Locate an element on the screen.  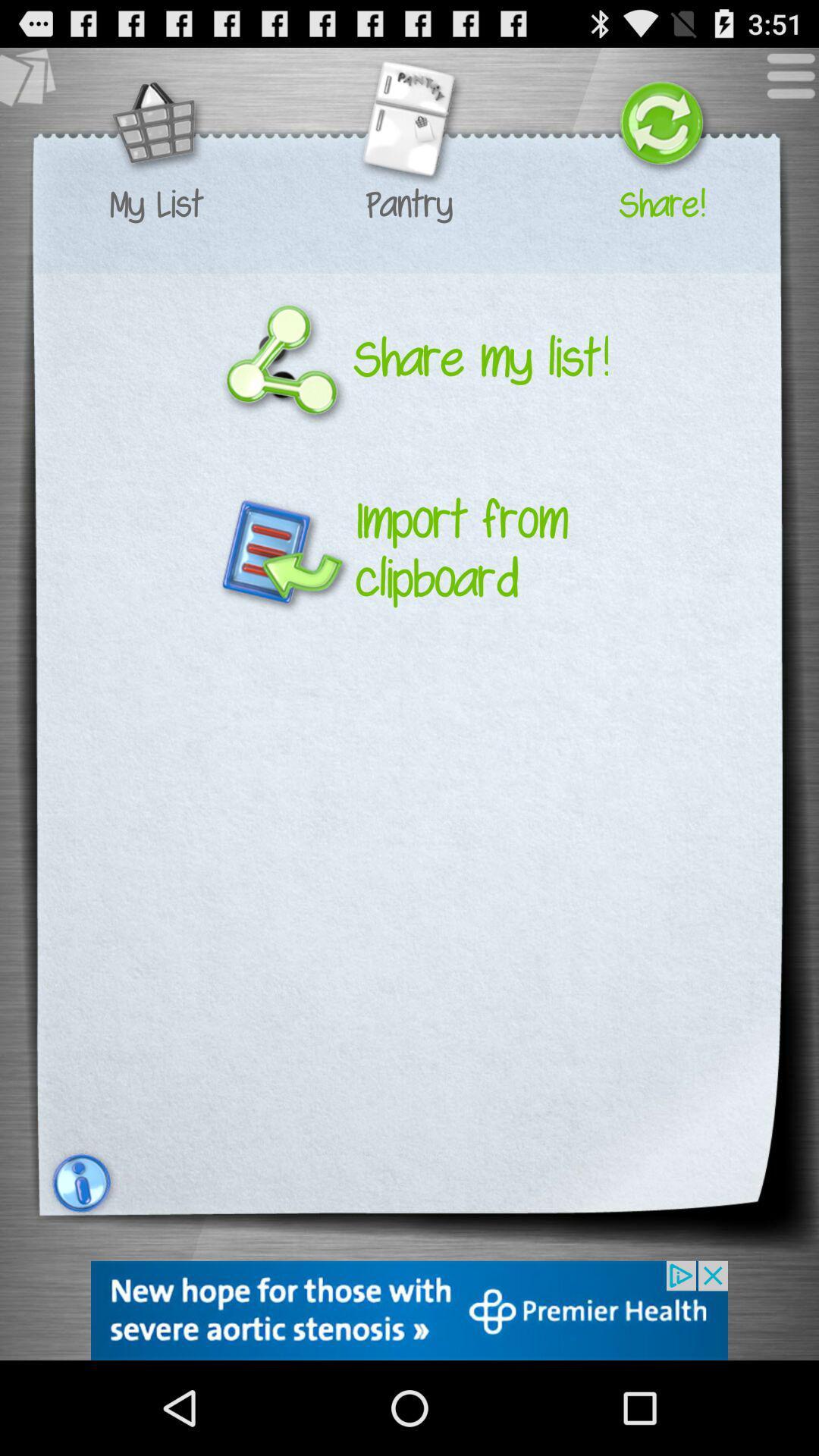
the info icon which is on the left side to the corner is located at coordinates (79, 1182).